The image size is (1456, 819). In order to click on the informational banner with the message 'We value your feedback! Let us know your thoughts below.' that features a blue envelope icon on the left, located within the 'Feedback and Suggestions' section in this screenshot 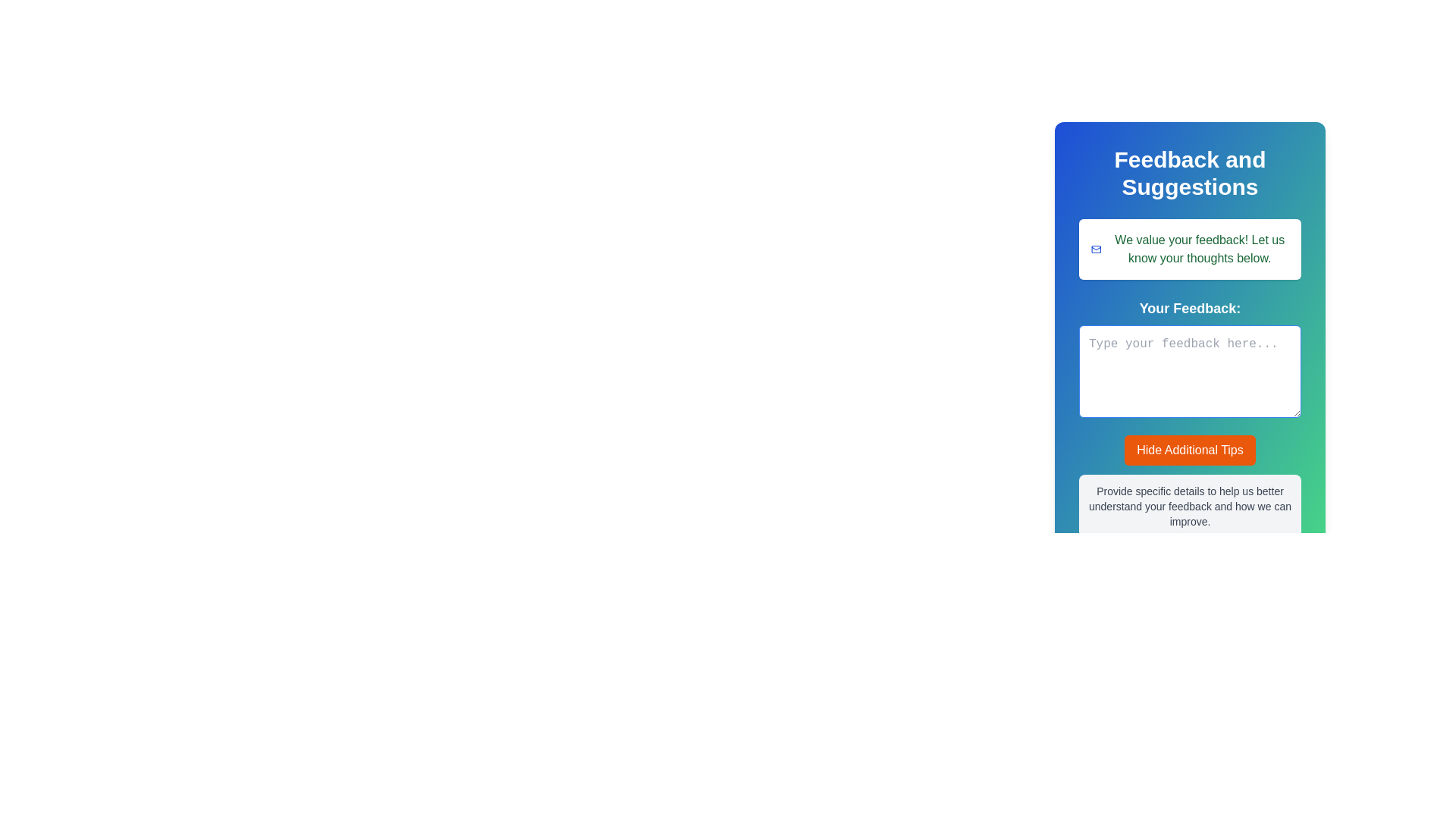, I will do `click(1189, 248)`.